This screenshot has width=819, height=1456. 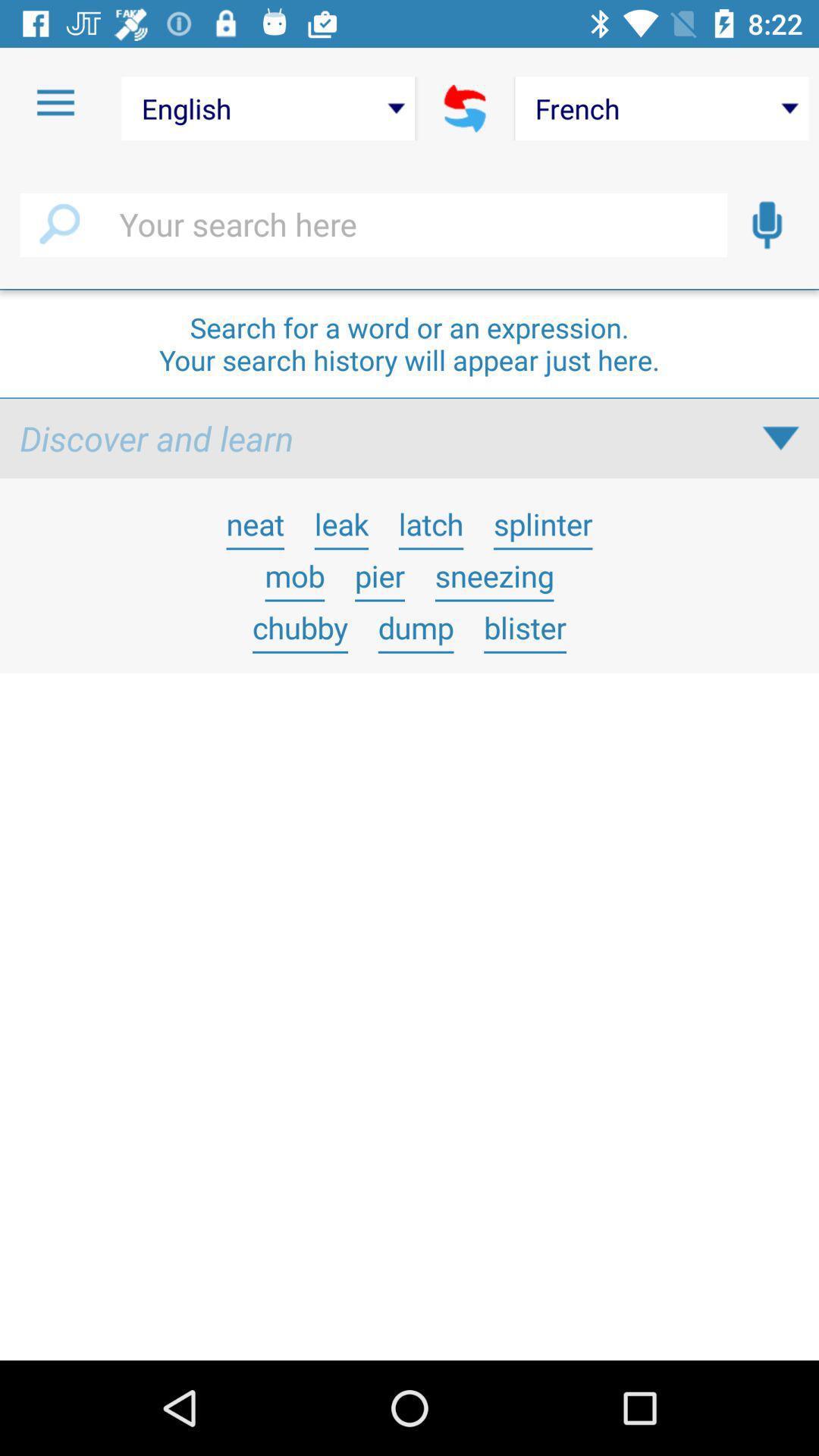 What do you see at coordinates (524, 627) in the screenshot?
I see `blister` at bounding box center [524, 627].